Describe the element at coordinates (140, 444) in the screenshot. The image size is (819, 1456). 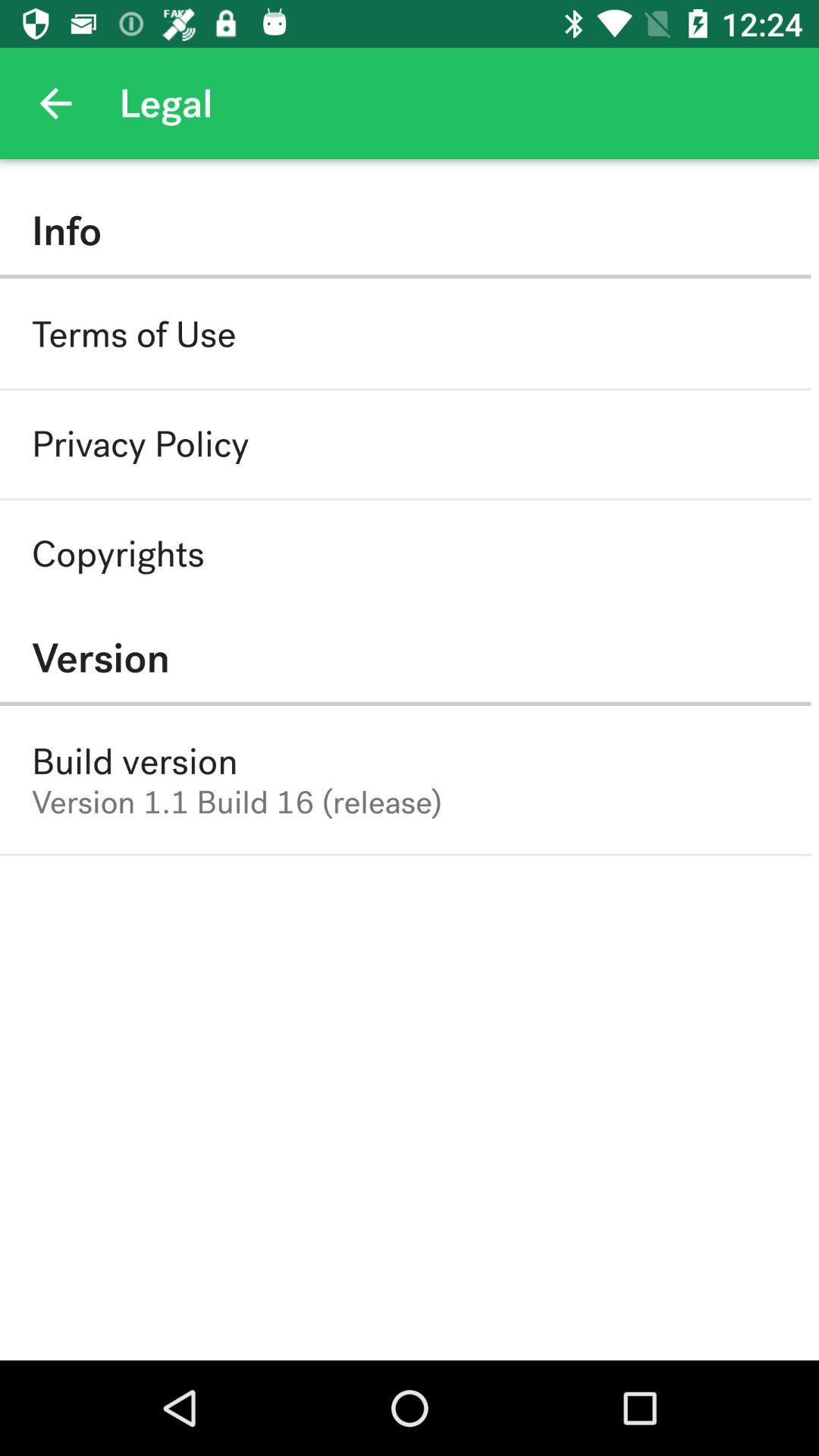
I see `item below terms of use` at that location.